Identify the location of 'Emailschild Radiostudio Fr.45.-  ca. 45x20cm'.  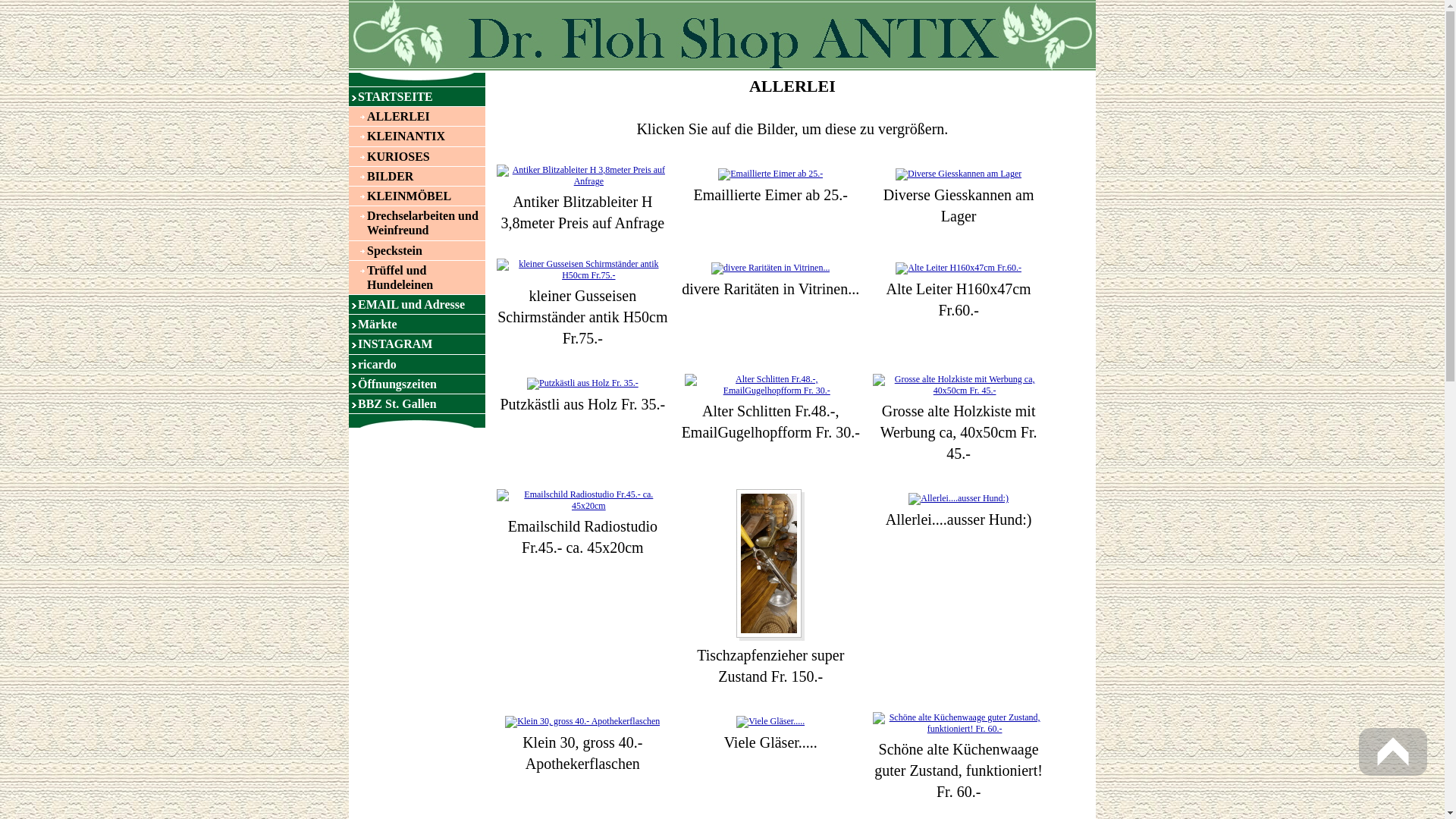
(582, 500).